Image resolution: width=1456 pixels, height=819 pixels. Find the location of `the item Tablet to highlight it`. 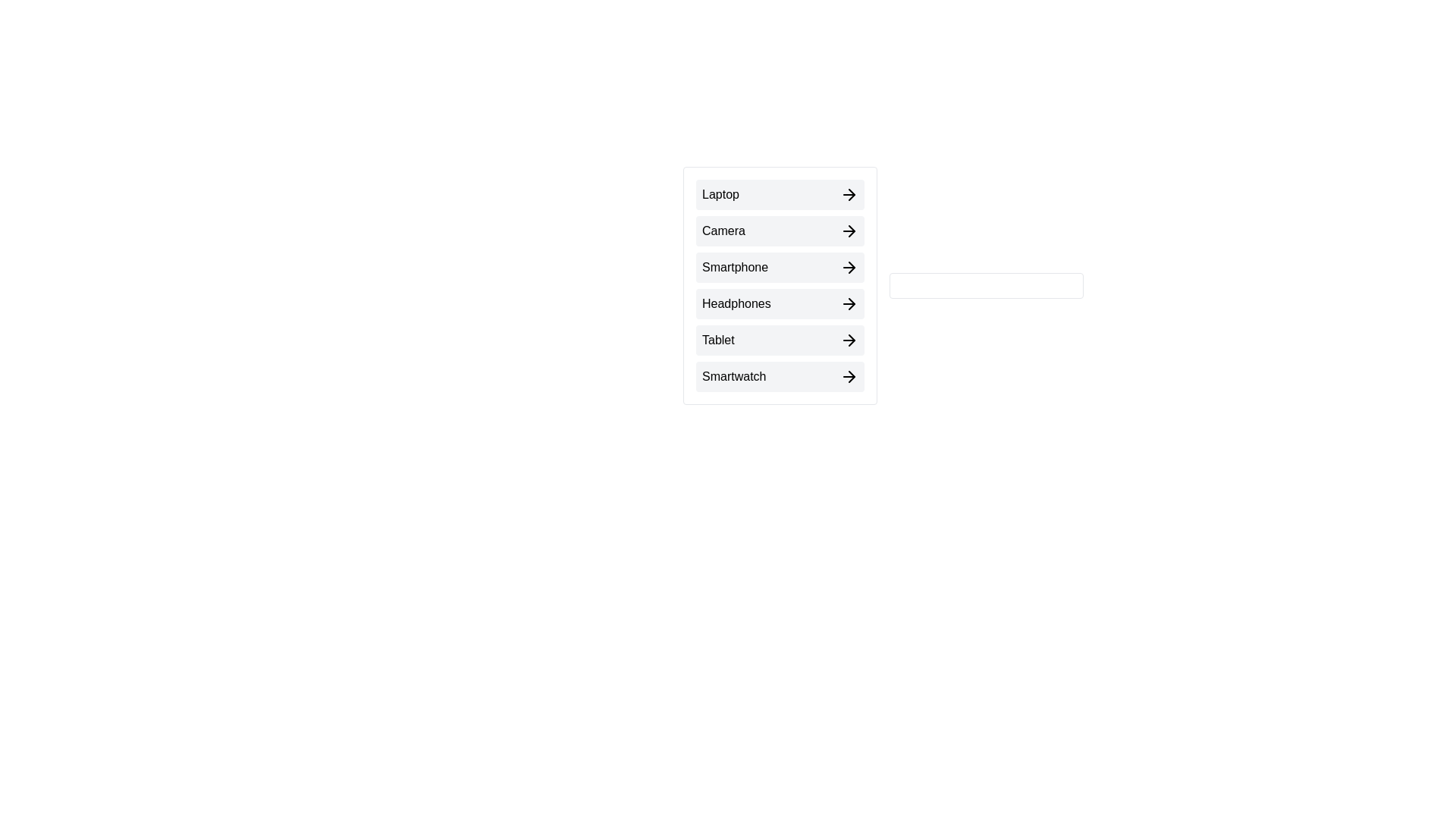

the item Tablet to highlight it is located at coordinates (780, 339).